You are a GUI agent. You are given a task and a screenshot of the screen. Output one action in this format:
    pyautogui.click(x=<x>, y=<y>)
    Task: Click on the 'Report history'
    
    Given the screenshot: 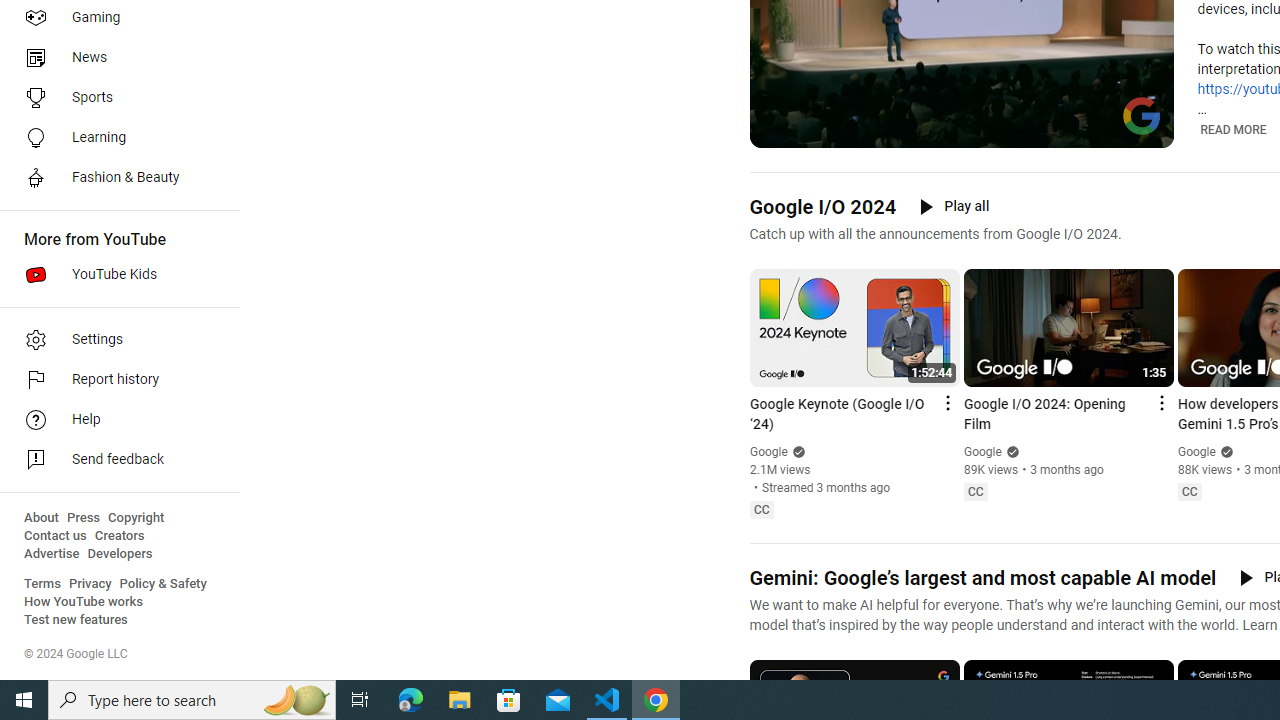 What is the action you would take?
    pyautogui.click(x=112, y=380)
    